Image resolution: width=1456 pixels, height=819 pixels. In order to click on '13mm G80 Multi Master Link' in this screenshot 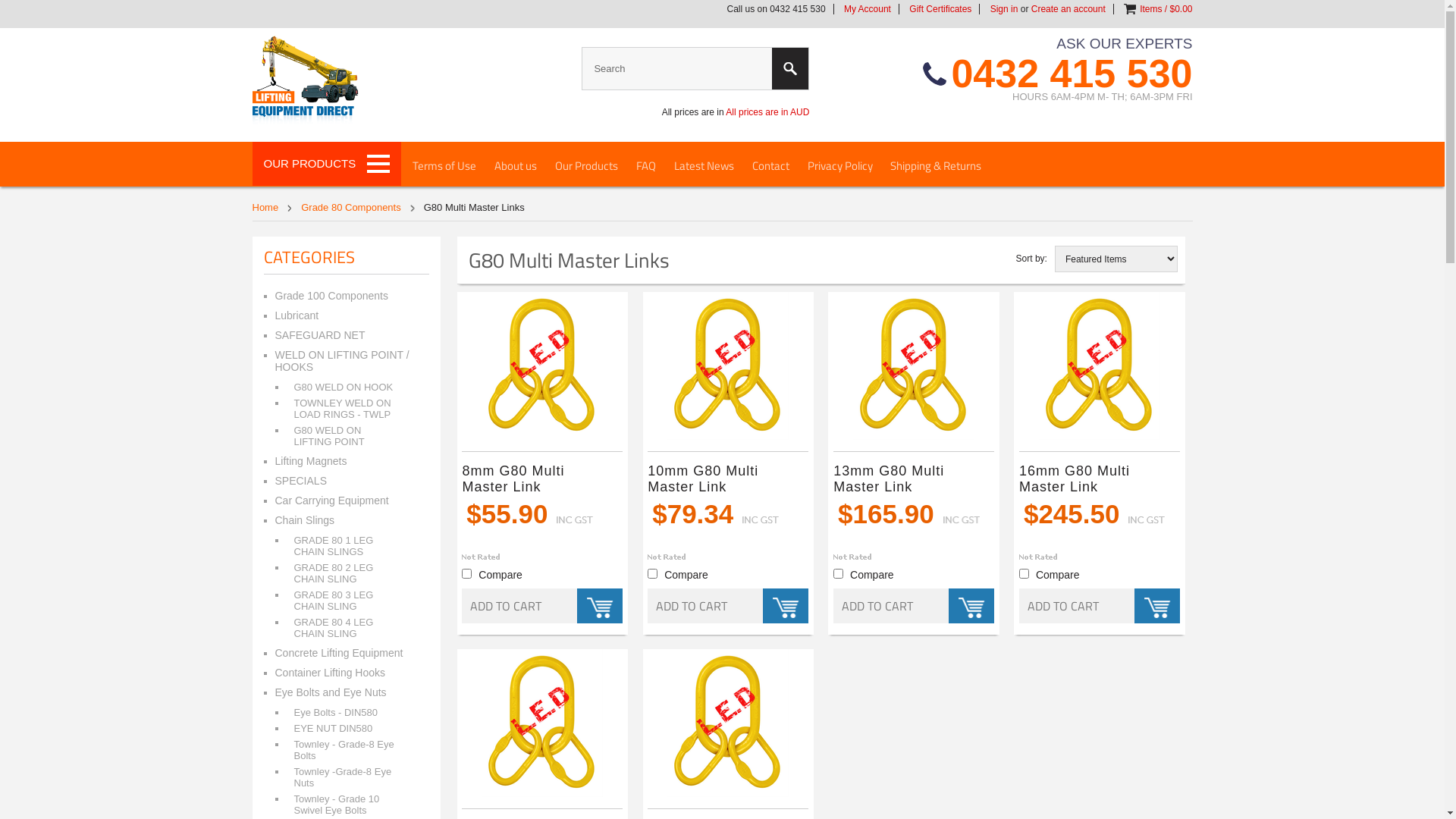, I will do `click(908, 481)`.